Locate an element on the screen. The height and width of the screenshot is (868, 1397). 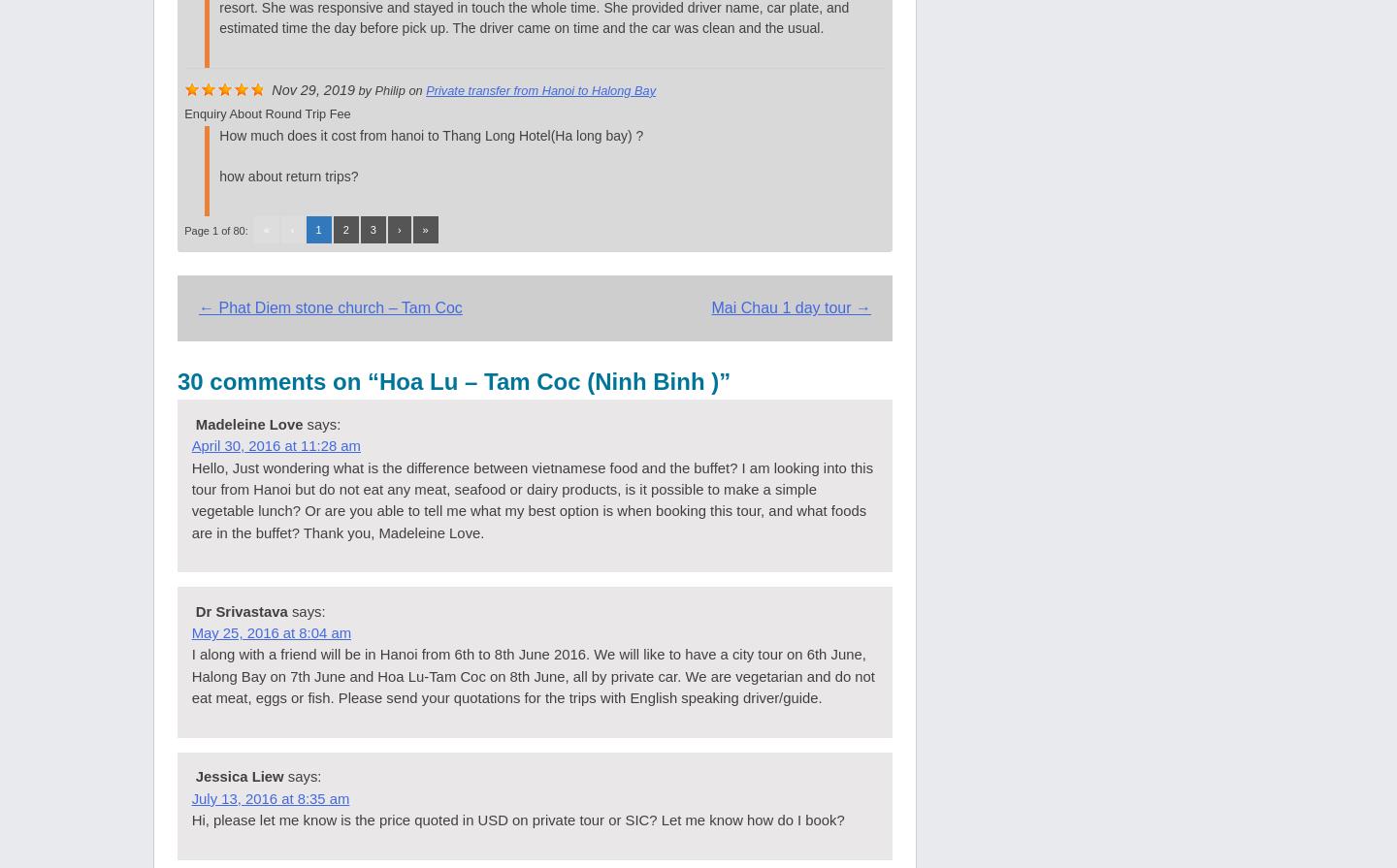
'how about return trips?' is located at coordinates (287, 175).